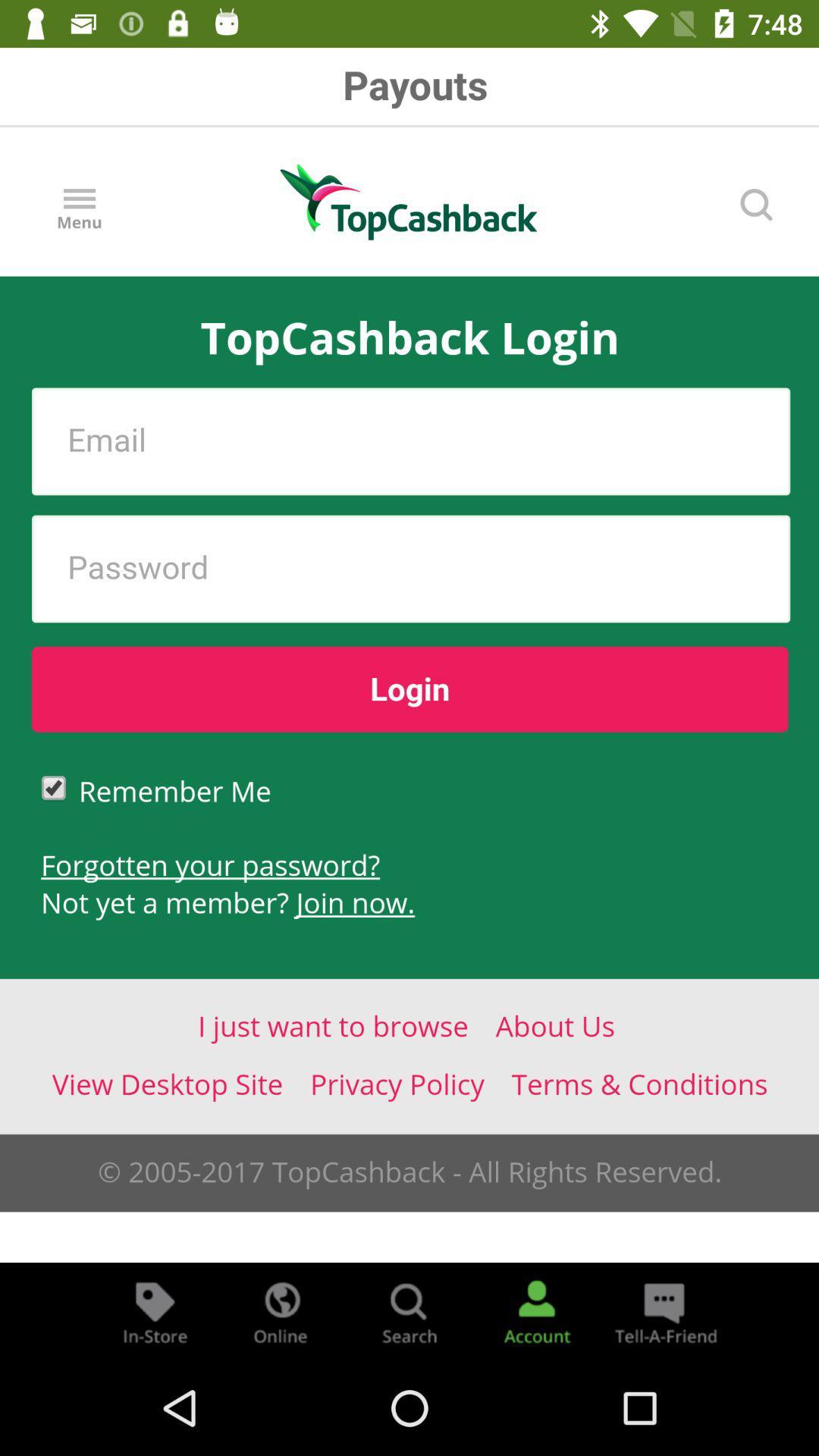 Image resolution: width=819 pixels, height=1456 pixels. Describe the element at coordinates (409, 1310) in the screenshot. I see `search button` at that location.